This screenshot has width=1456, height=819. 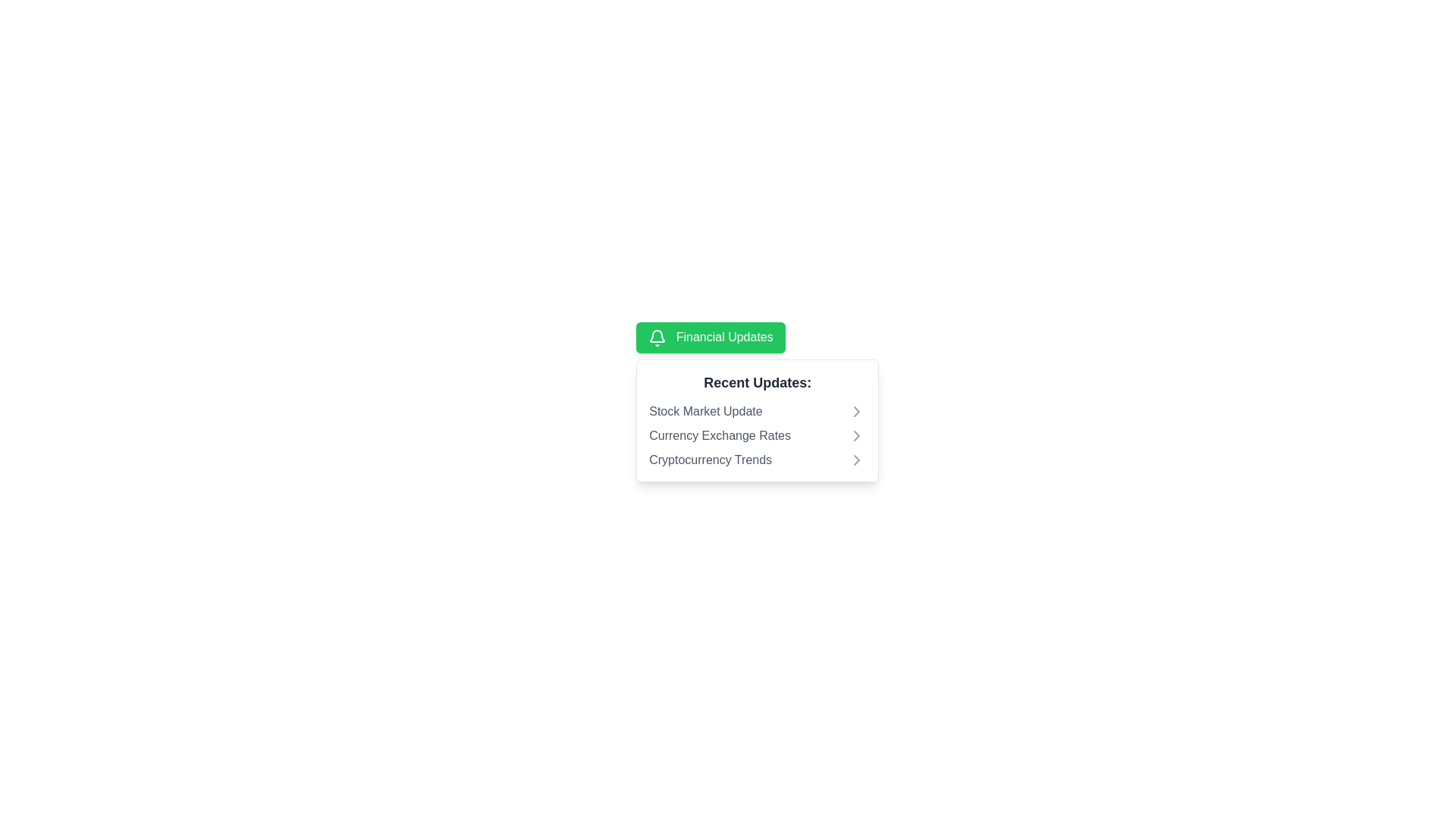 I want to click on the text label 'Currency Exchange Rates' in the dropdown menu to trigger a tooltip display or highlight effect, so click(x=719, y=435).